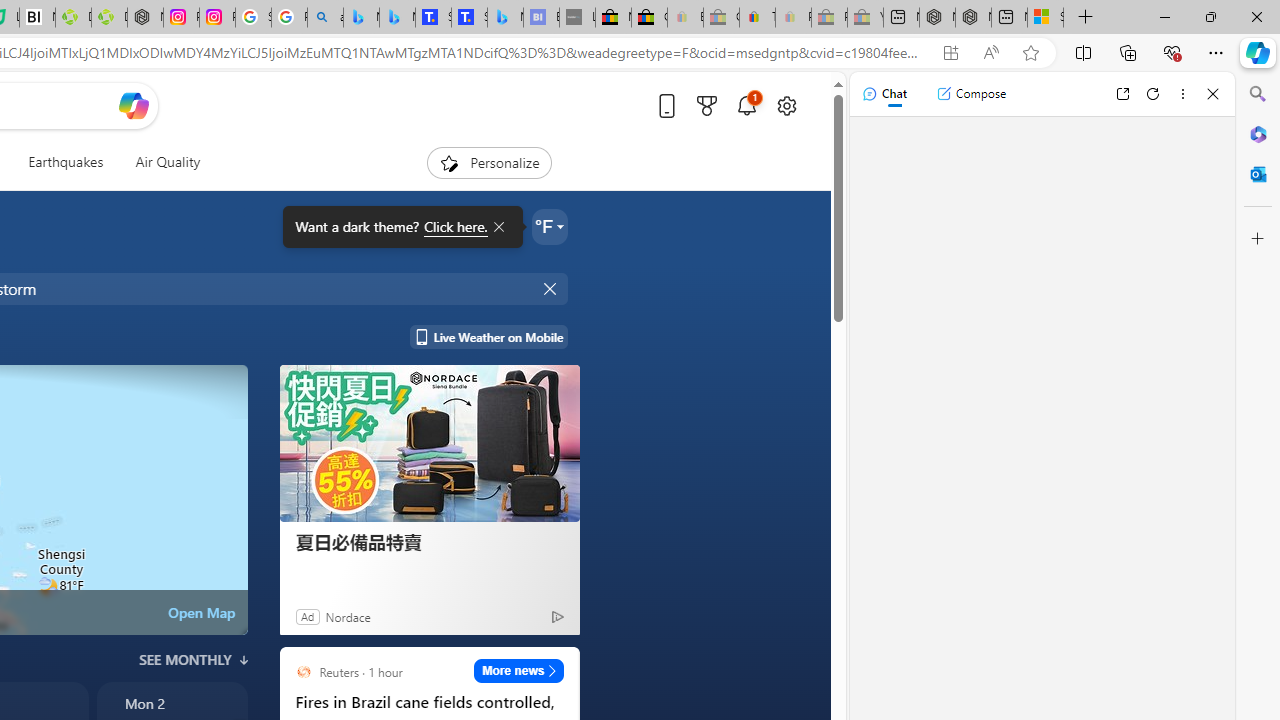 Image resolution: width=1280 pixels, height=720 pixels. What do you see at coordinates (497, 226) in the screenshot?
I see `'Class: BubbleMessageCloseIcon-DS-EntryPoint1-1'` at bounding box center [497, 226].